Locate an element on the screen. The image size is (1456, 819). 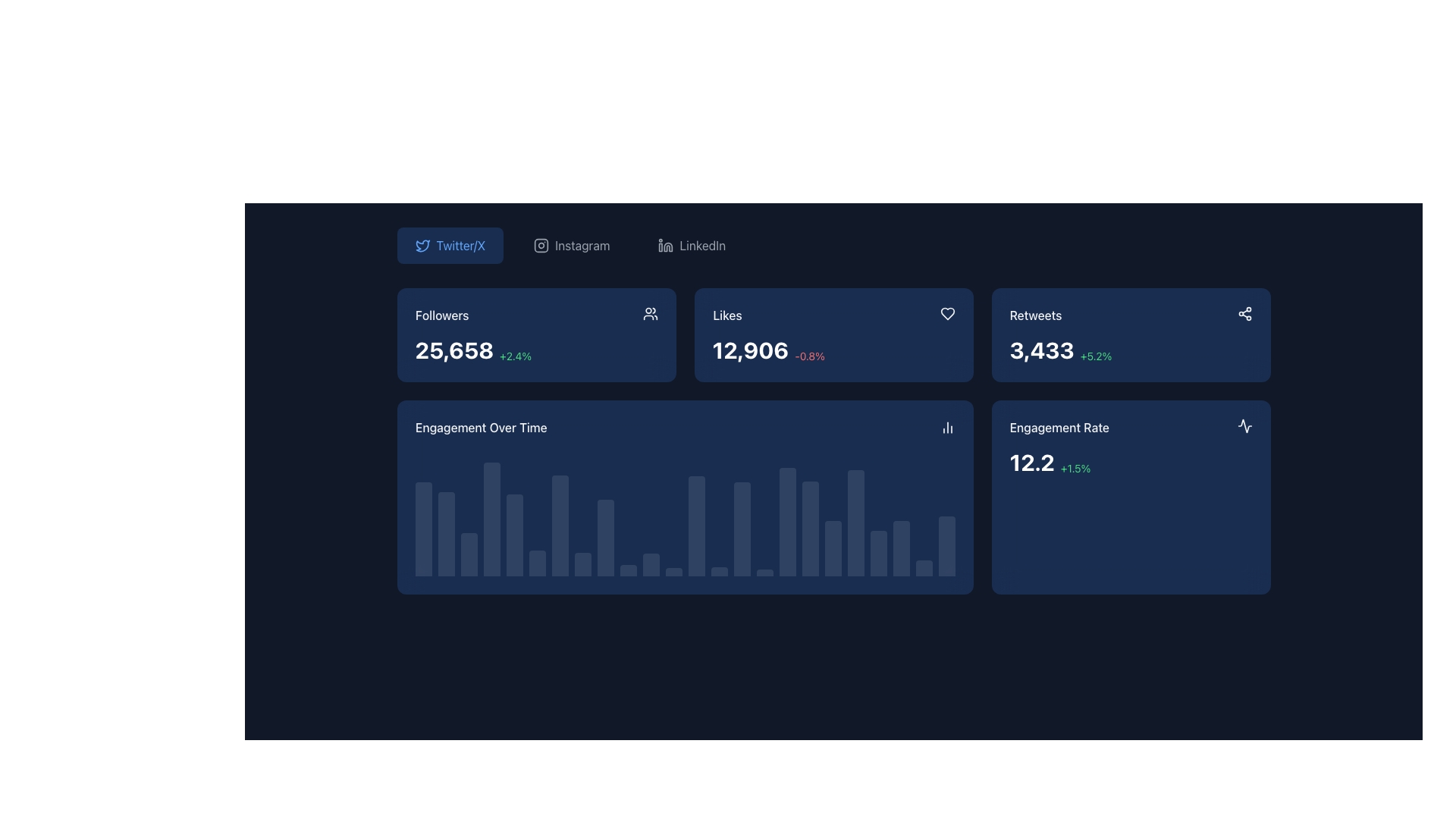
the activity engagement metrics icon located in the top-right corner of the 'Engagement Rate' section is located at coordinates (1244, 426).